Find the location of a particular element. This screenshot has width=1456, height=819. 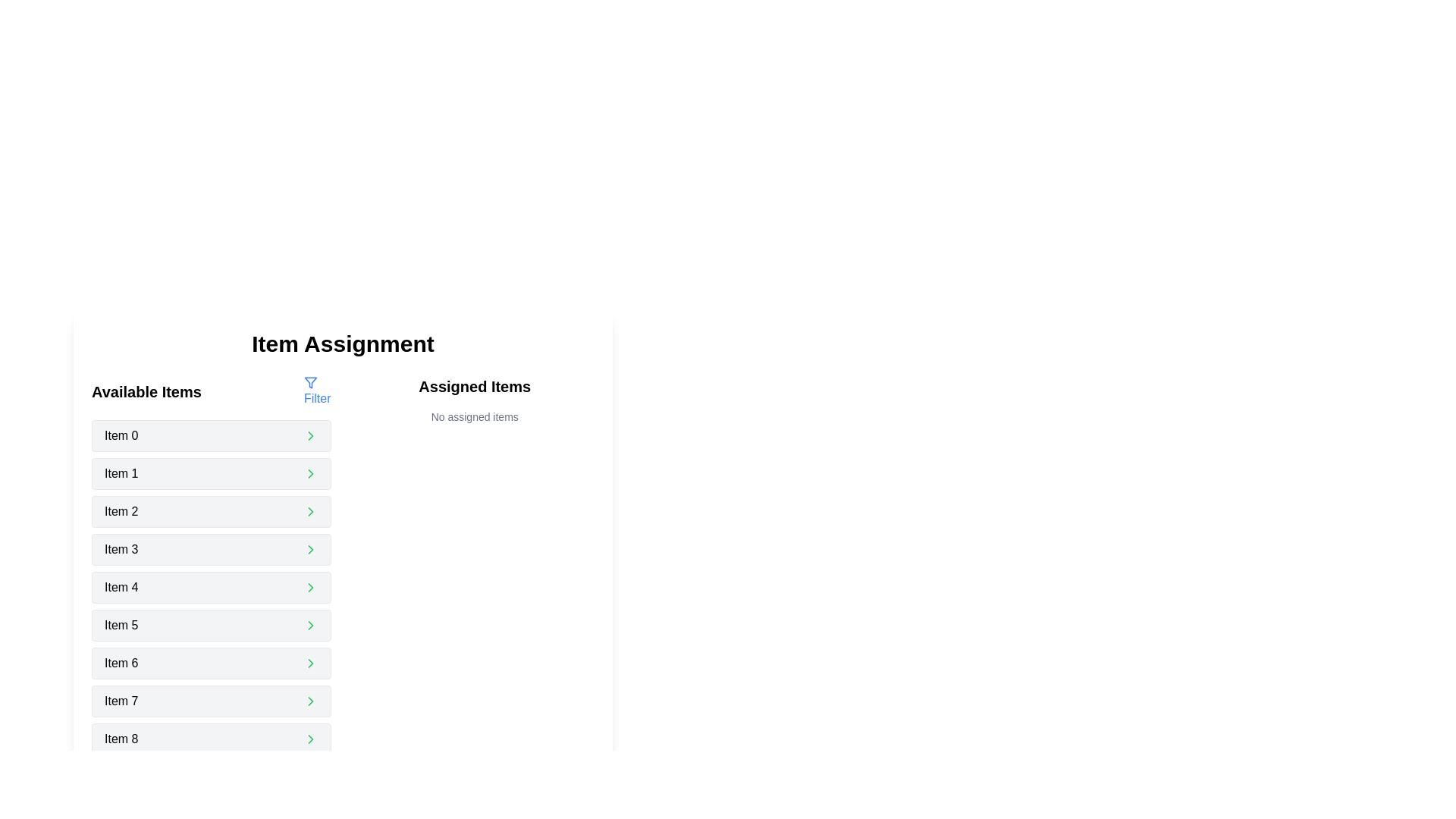

the small right-pointing chevron icon is located at coordinates (309, 739).